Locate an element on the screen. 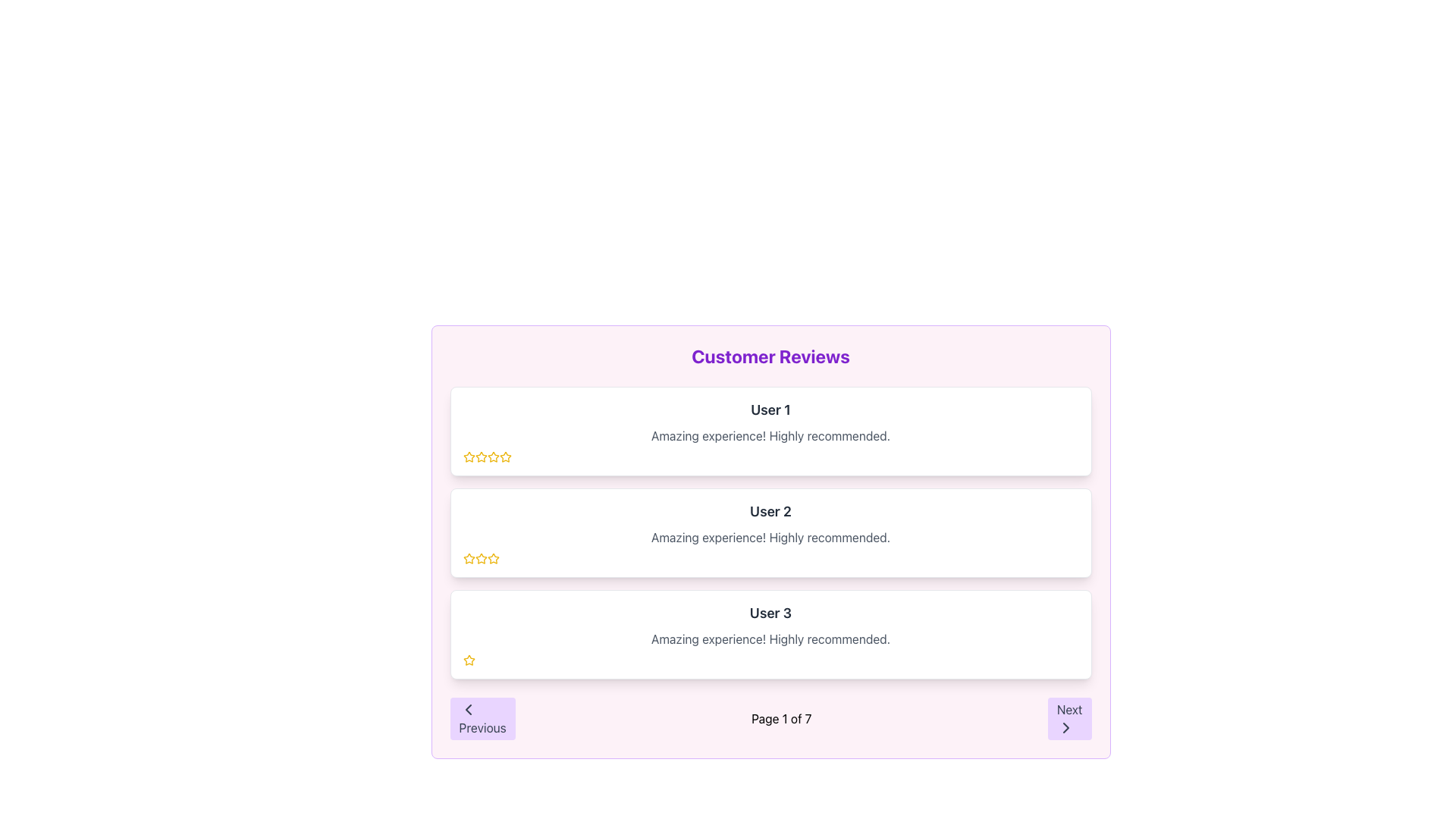 Image resolution: width=1456 pixels, height=819 pixels. the text block displaying user-provided review comments located beneath 'User 3' and above the rating to read the details is located at coordinates (770, 639).